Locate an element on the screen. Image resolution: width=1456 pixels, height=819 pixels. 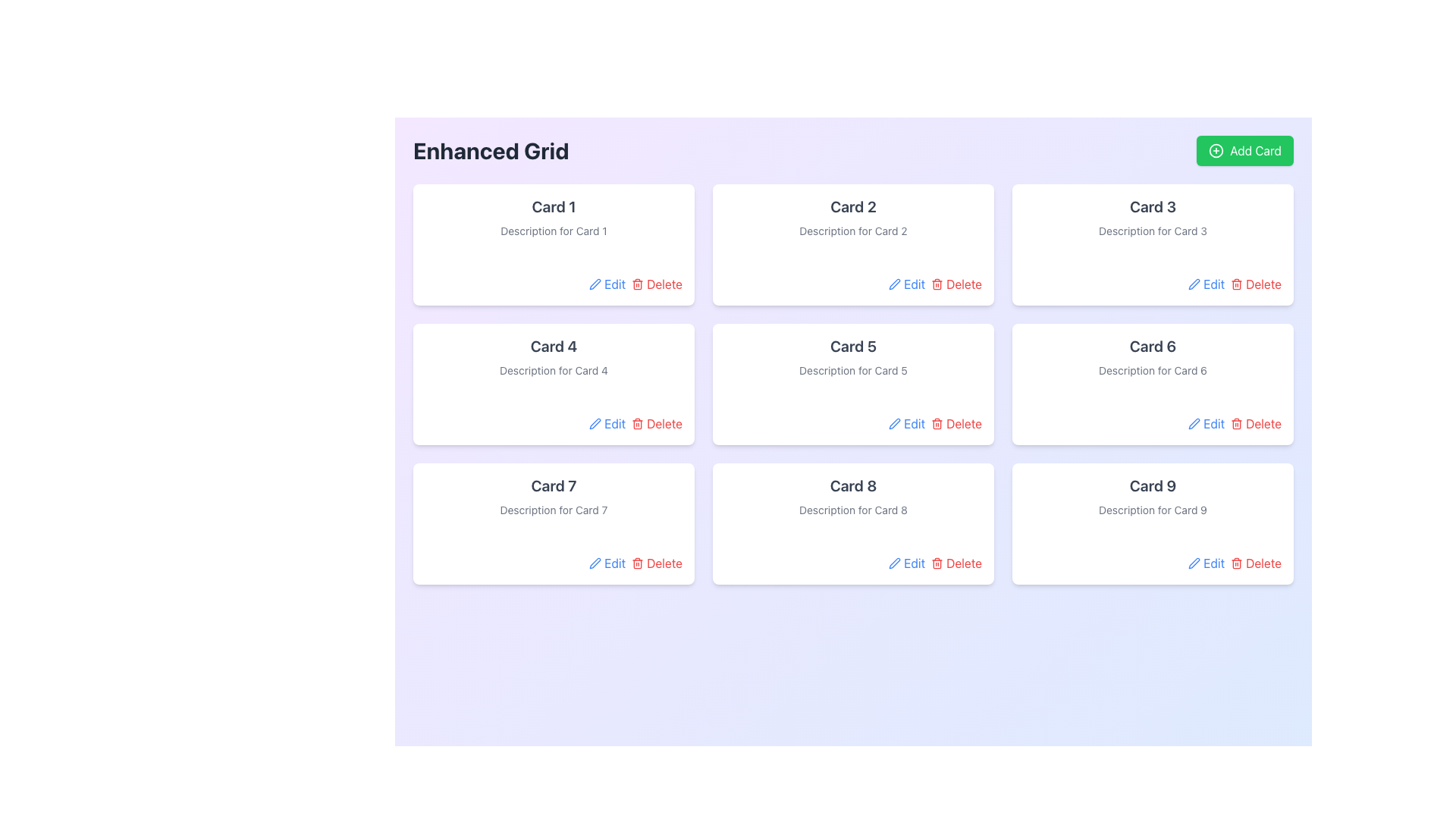
the small outlined pen icon located to the left of the 'Edit' text in the action menu of Card 8 is located at coordinates (895, 563).